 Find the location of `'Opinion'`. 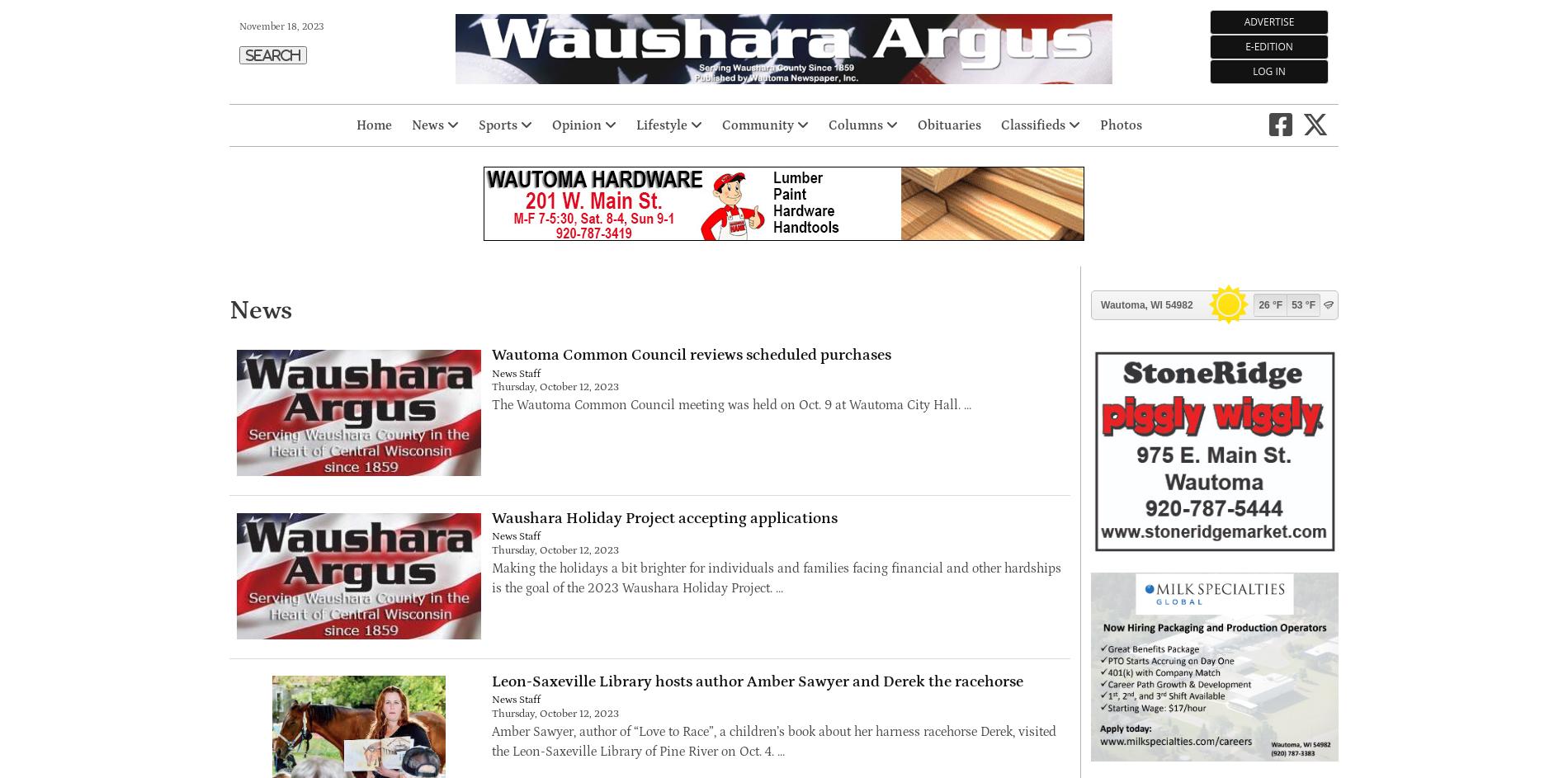

'Opinion' is located at coordinates (577, 125).